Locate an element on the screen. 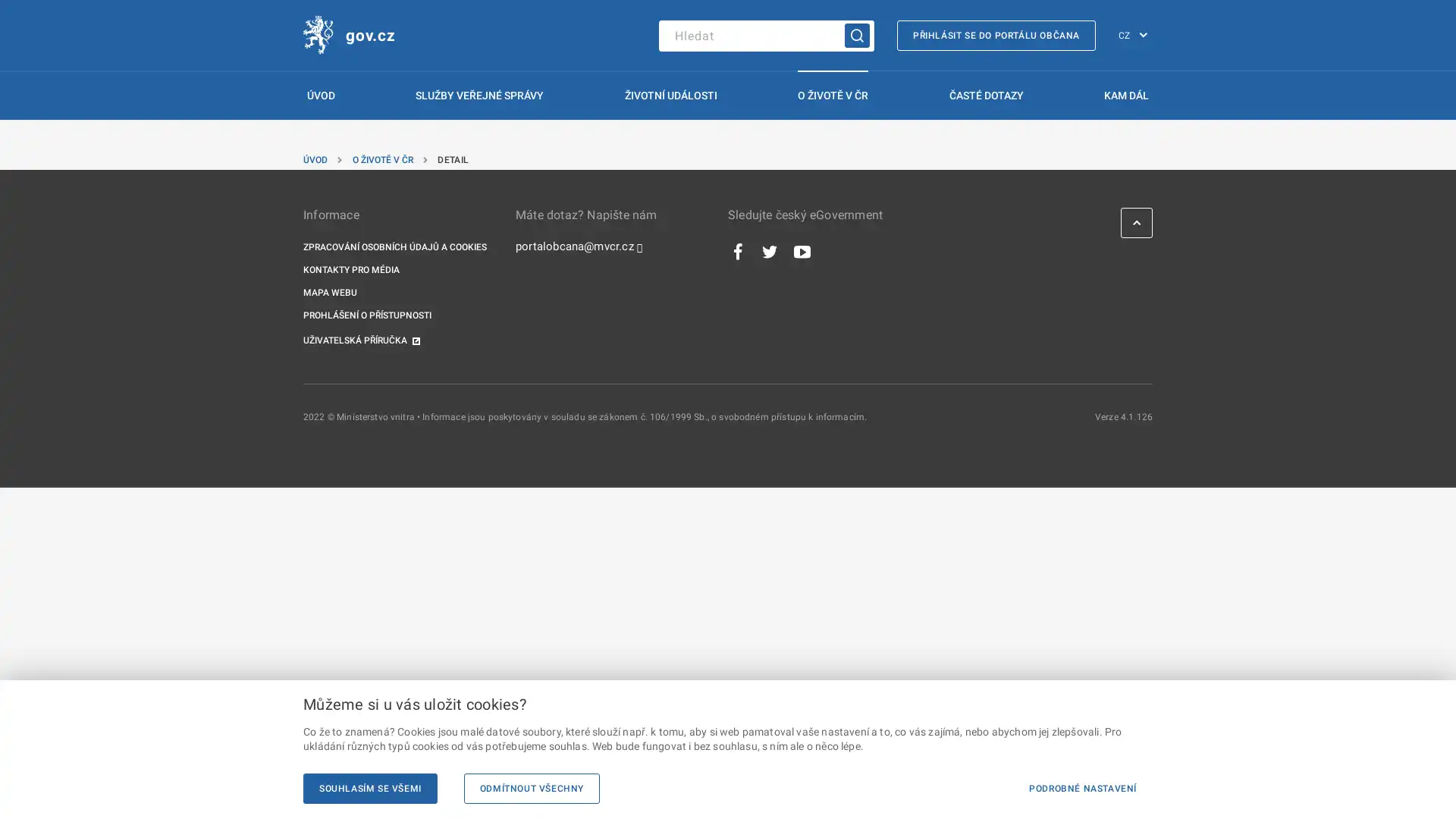 The image size is (1456, 819). PODROBNE NASTAVENI is located at coordinates (1081, 788).